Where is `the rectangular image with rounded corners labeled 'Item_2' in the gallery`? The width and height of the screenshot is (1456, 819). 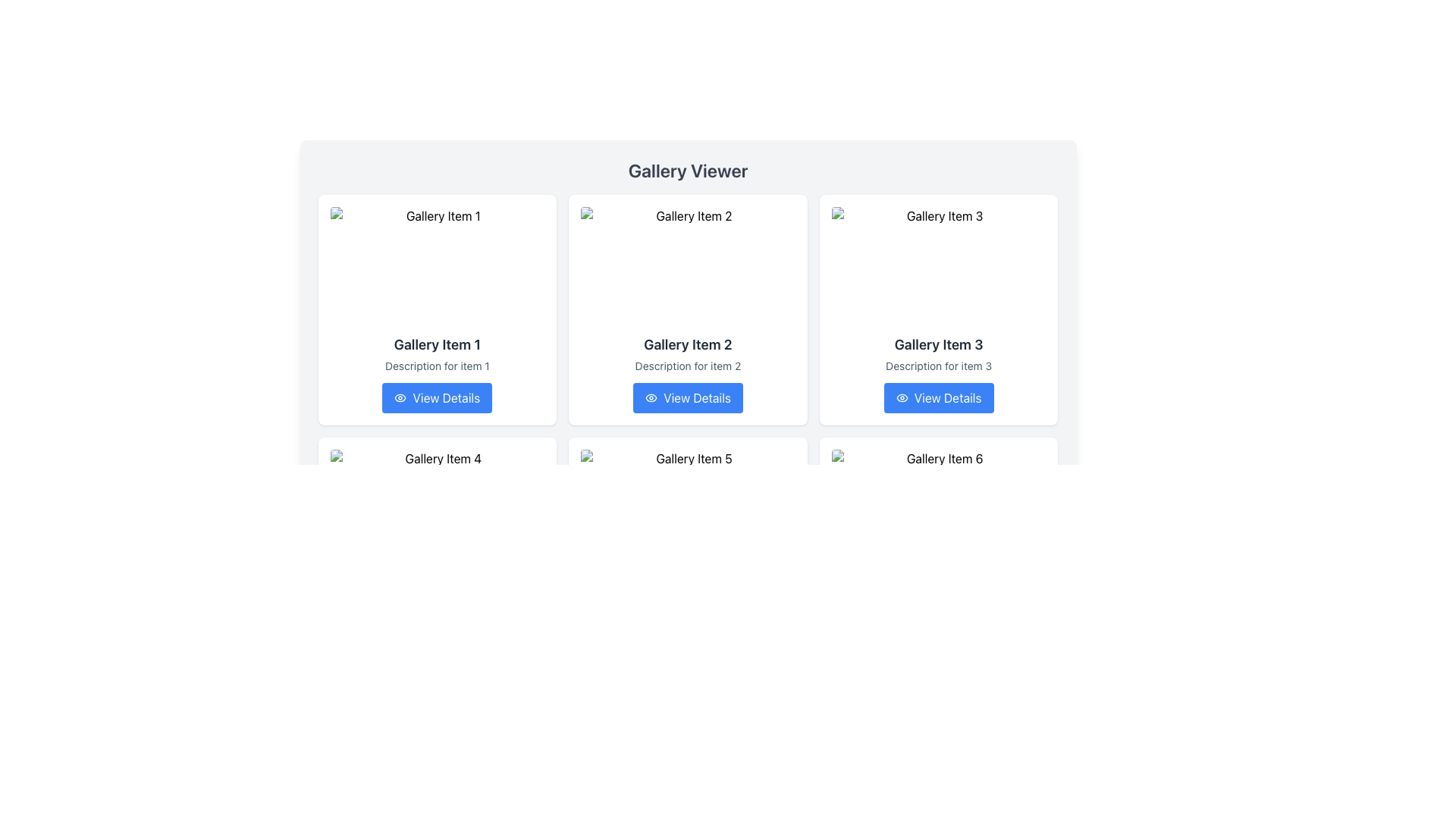 the rectangular image with rounded corners labeled 'Item_2' in the gallery is located at coordinates (687, 267).